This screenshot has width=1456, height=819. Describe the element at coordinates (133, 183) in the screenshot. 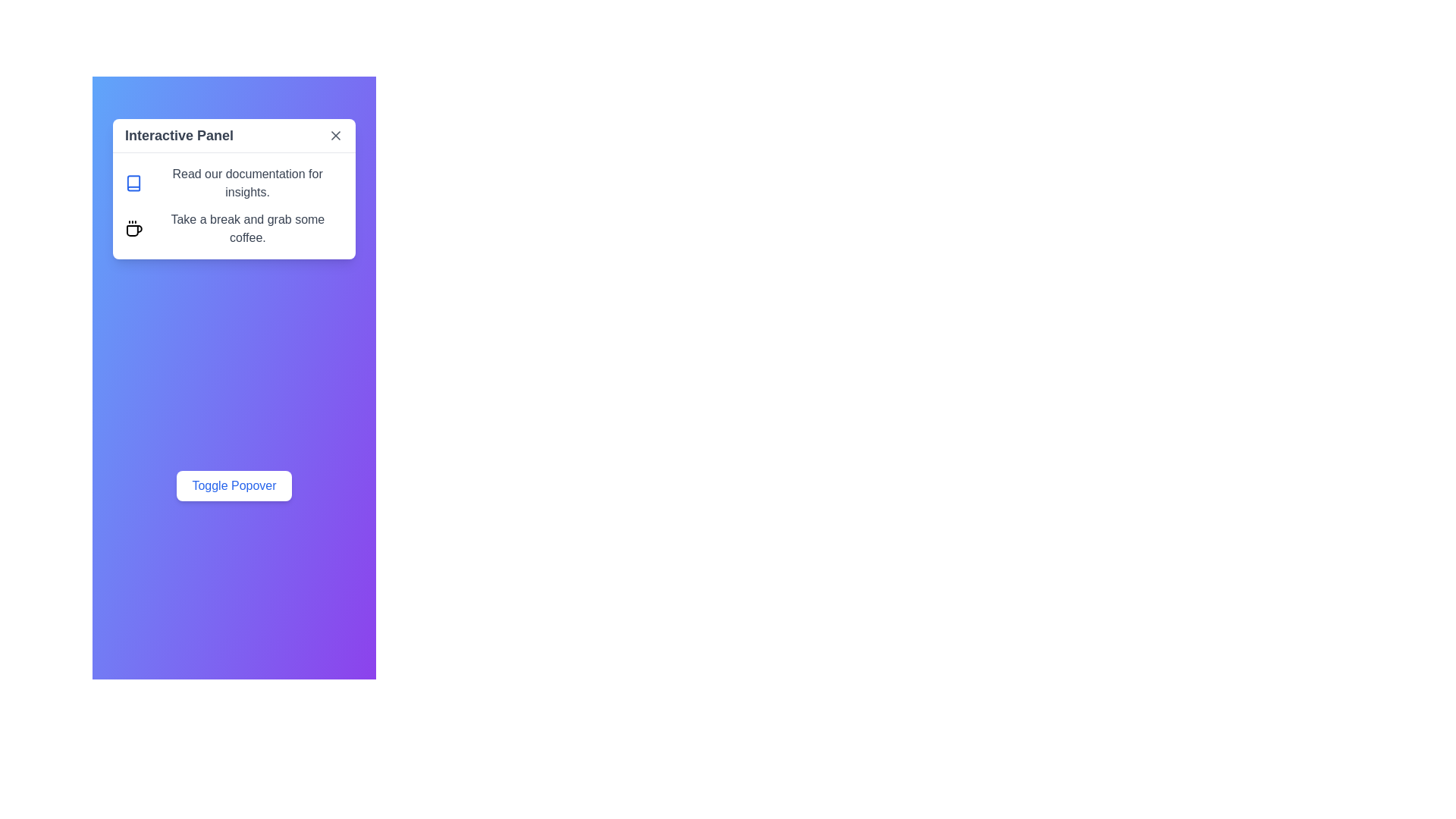

I see `the book icon that symbolizes documentation, located to the left of the text 'Read our documentation for insights.' in the 'Interactive Panel' section` at that location.